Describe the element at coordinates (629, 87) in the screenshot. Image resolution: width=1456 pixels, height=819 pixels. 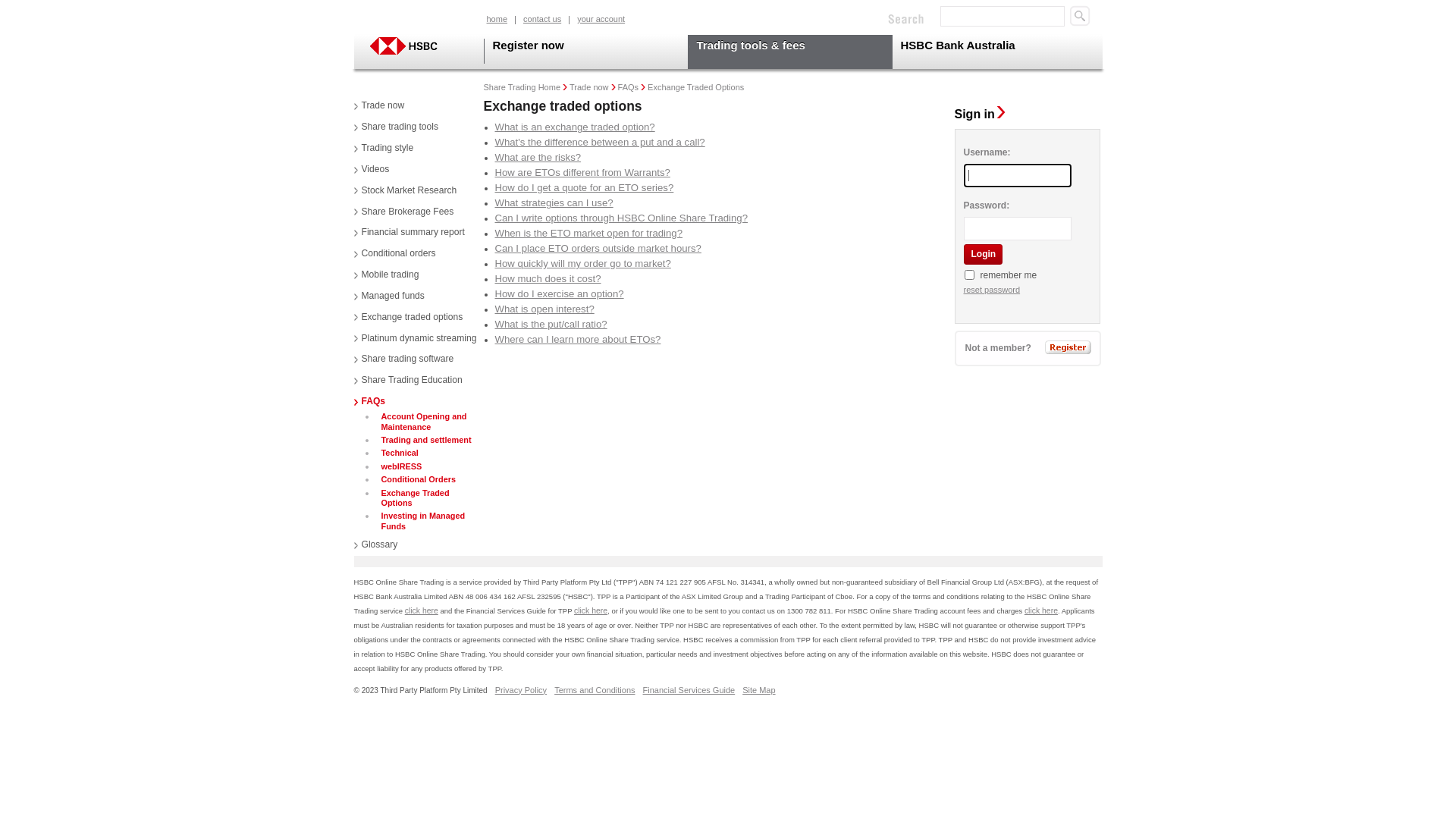
I see `'FAQs'` at that location.